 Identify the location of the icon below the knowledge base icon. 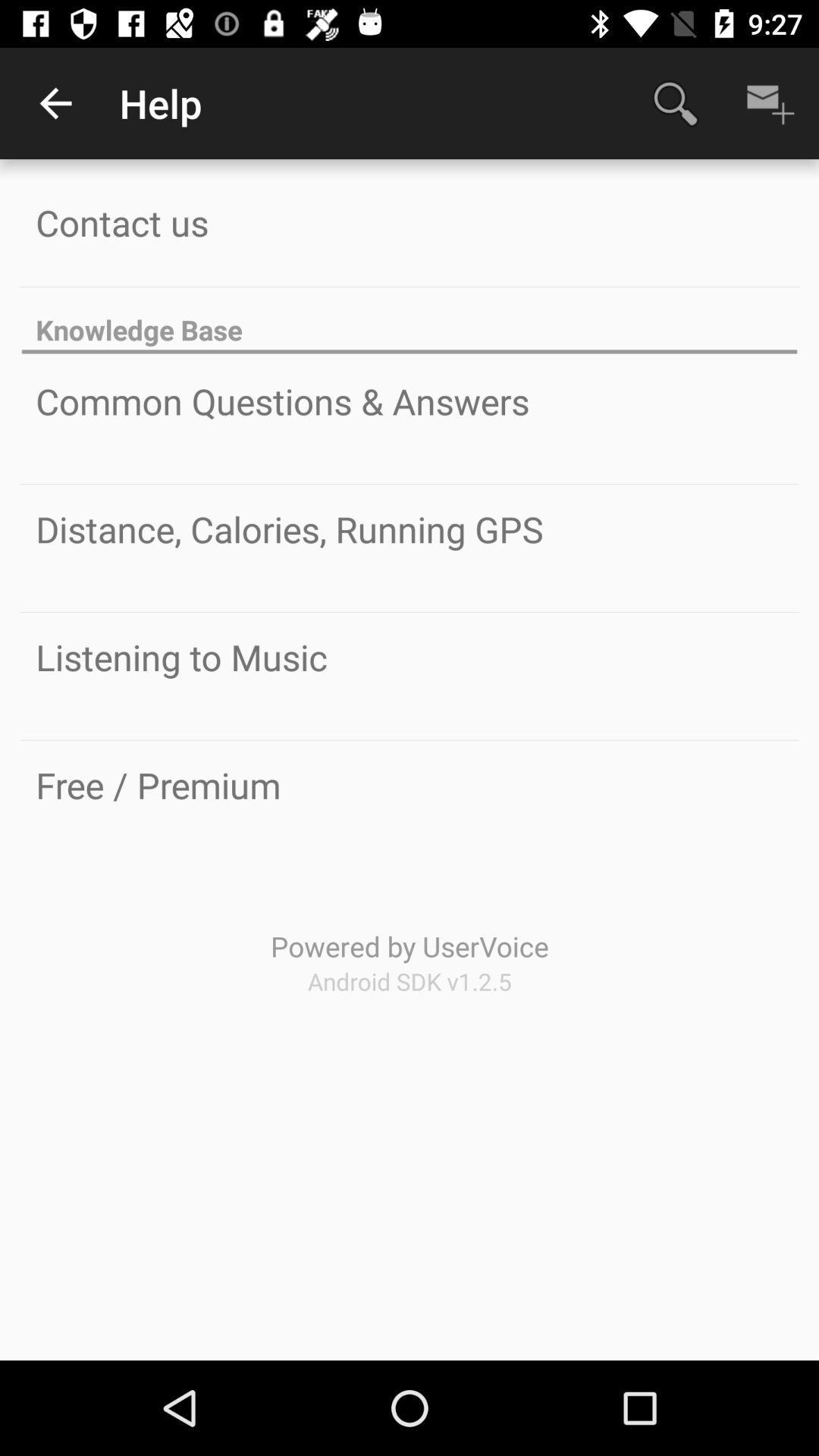
(282, 401).